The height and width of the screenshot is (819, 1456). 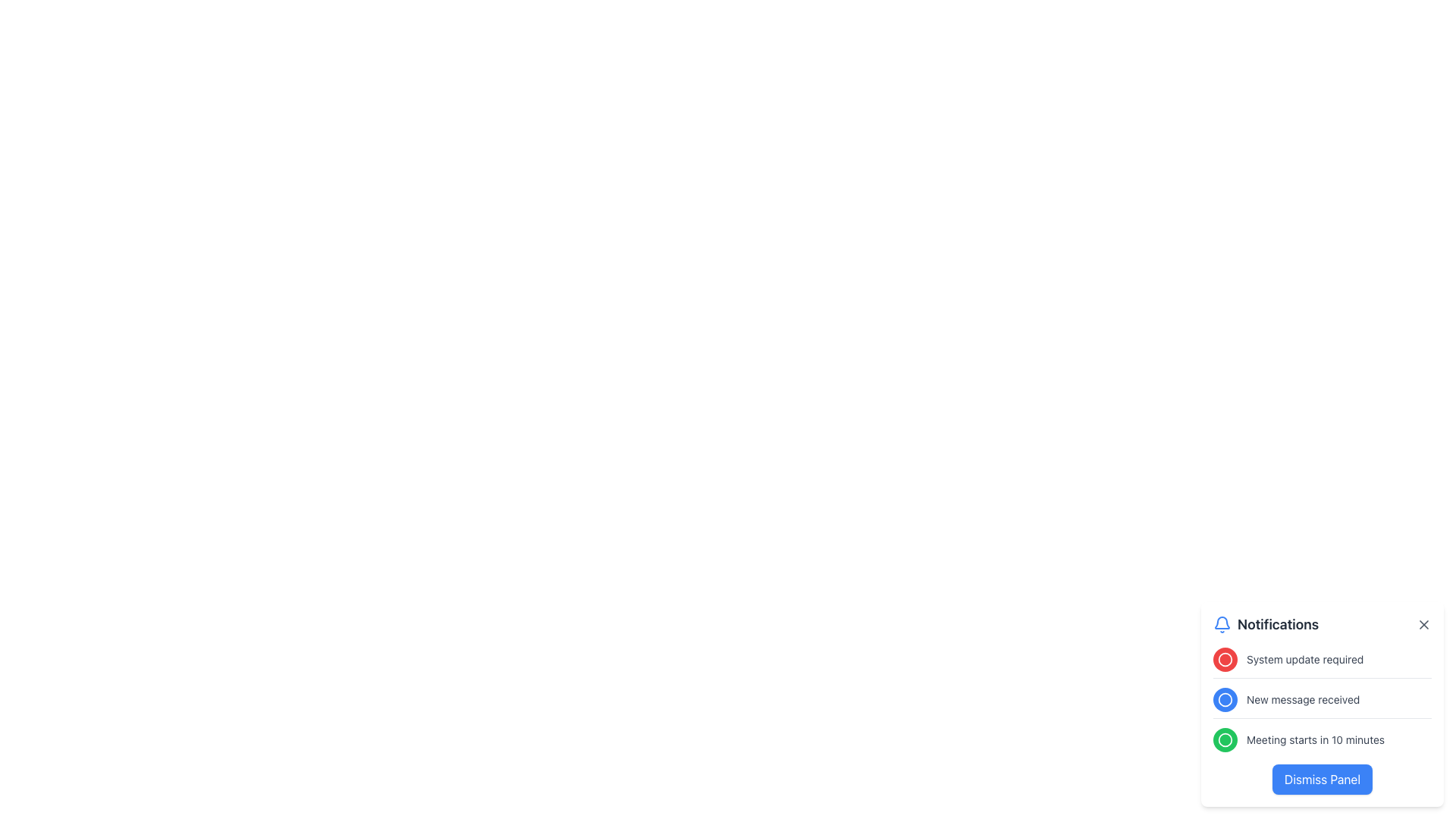 I want to click on the close button with an 'X' symbol located at the top-right corner of the 'Notifications' panel, so click(x=1423, y=625).